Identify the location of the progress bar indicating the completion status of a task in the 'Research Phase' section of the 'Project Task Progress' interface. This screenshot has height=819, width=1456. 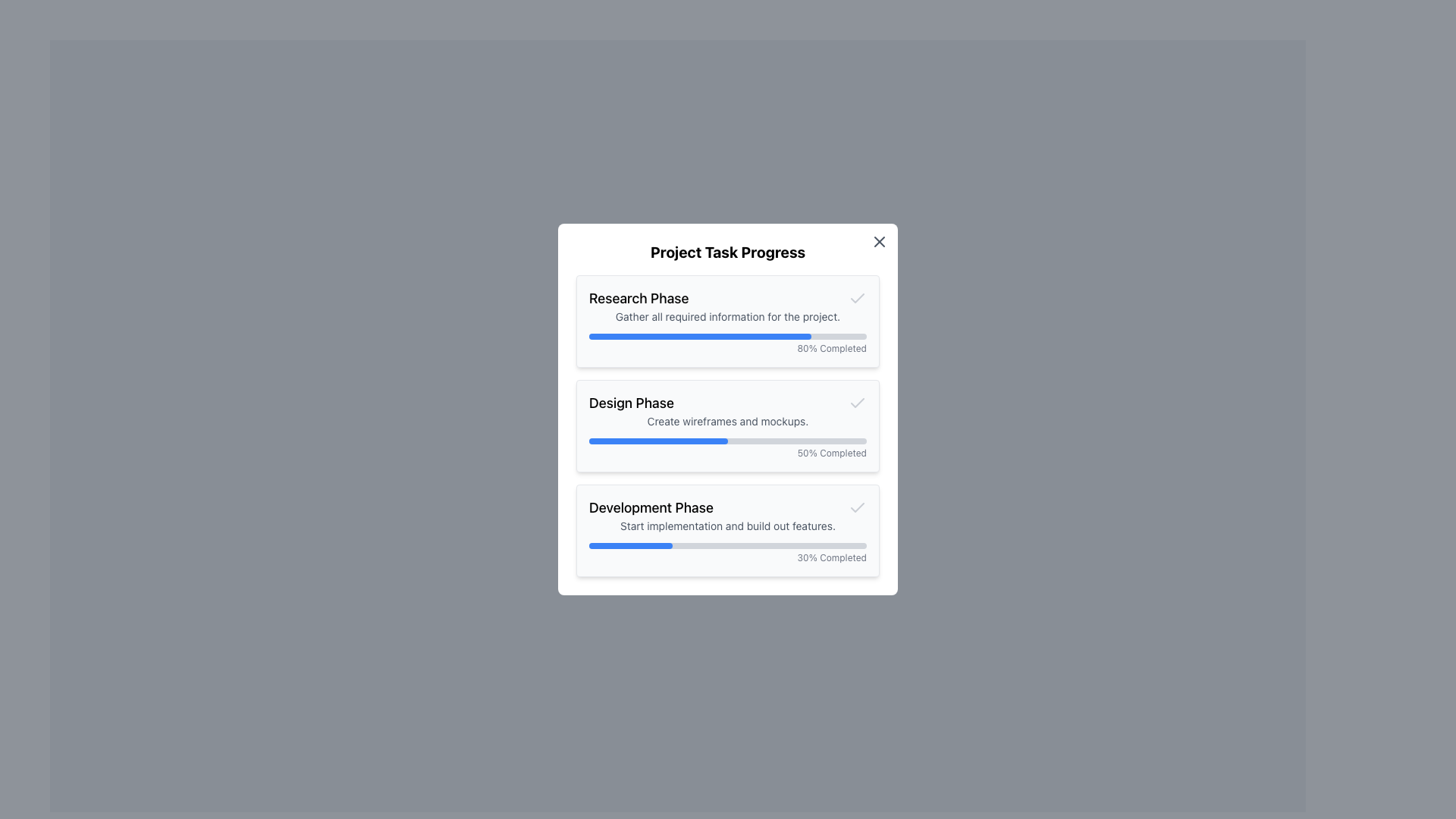
(728, 335).